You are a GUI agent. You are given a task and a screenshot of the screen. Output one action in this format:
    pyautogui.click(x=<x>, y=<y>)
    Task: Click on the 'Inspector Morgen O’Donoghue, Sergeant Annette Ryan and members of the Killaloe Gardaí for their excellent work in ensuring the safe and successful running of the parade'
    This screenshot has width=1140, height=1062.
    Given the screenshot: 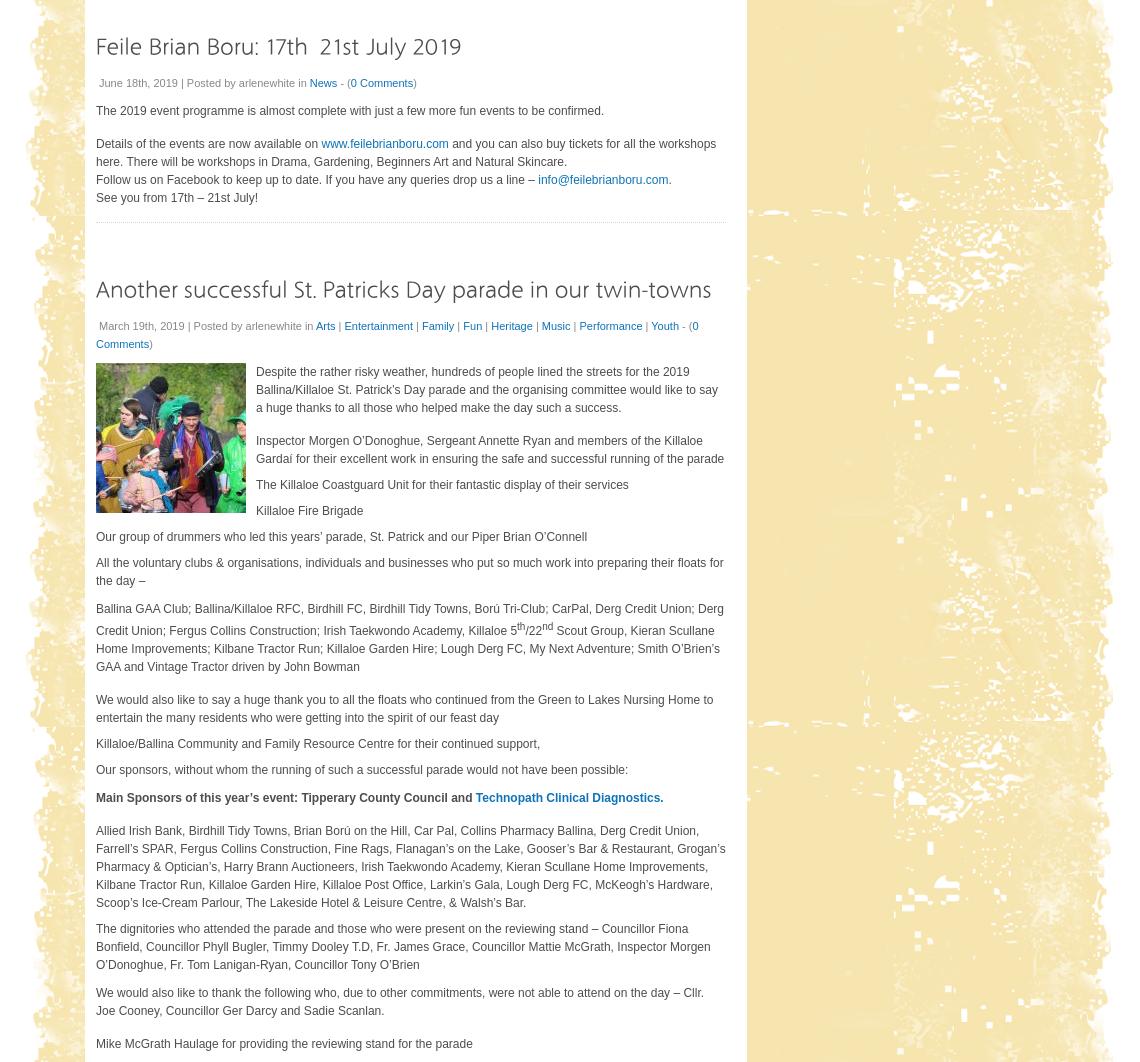 What is the action you would take?
    pyautogui.click(x=489, y=448)
    